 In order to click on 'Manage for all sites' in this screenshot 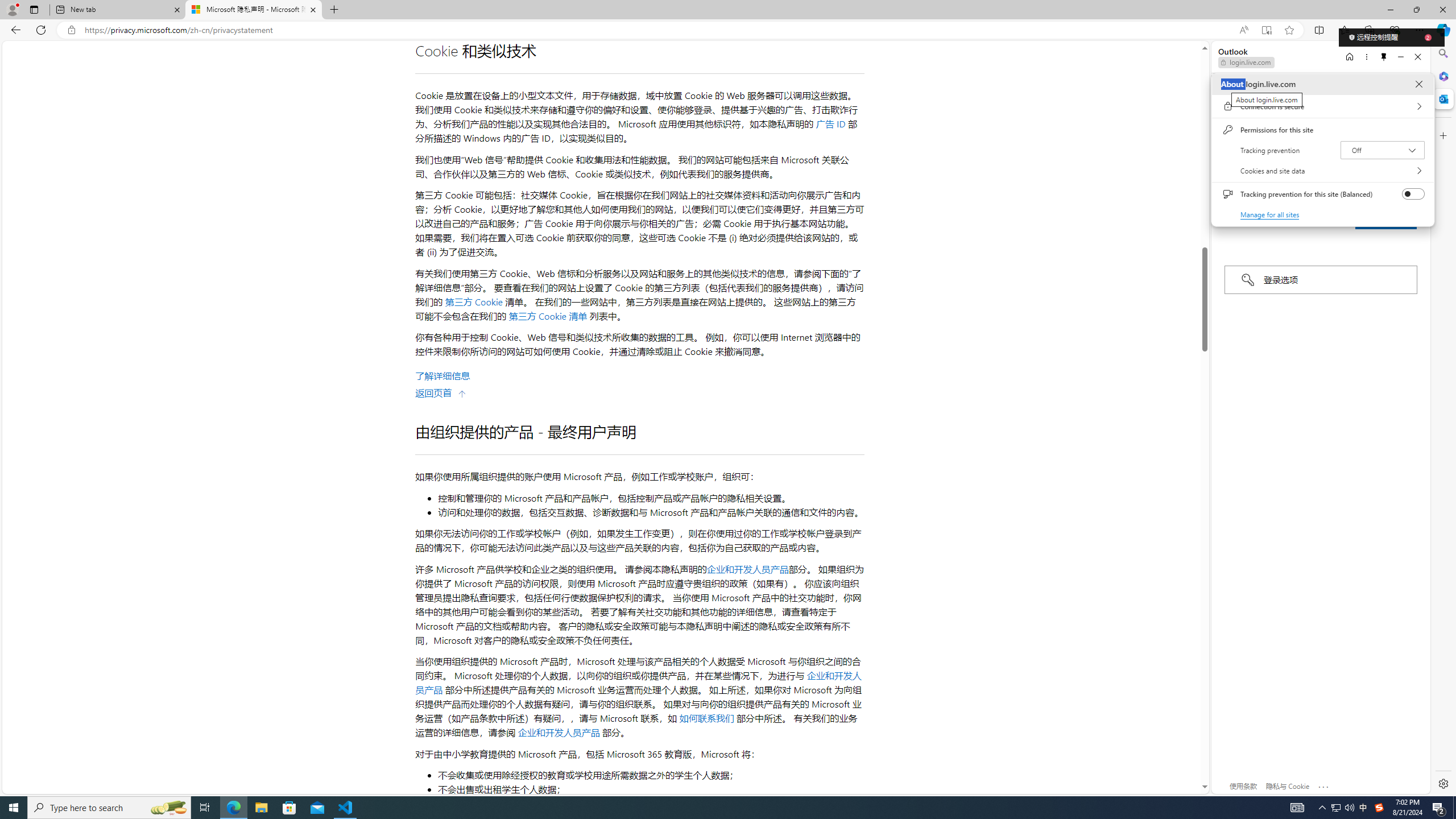, I will do `click(1270, 214)`.